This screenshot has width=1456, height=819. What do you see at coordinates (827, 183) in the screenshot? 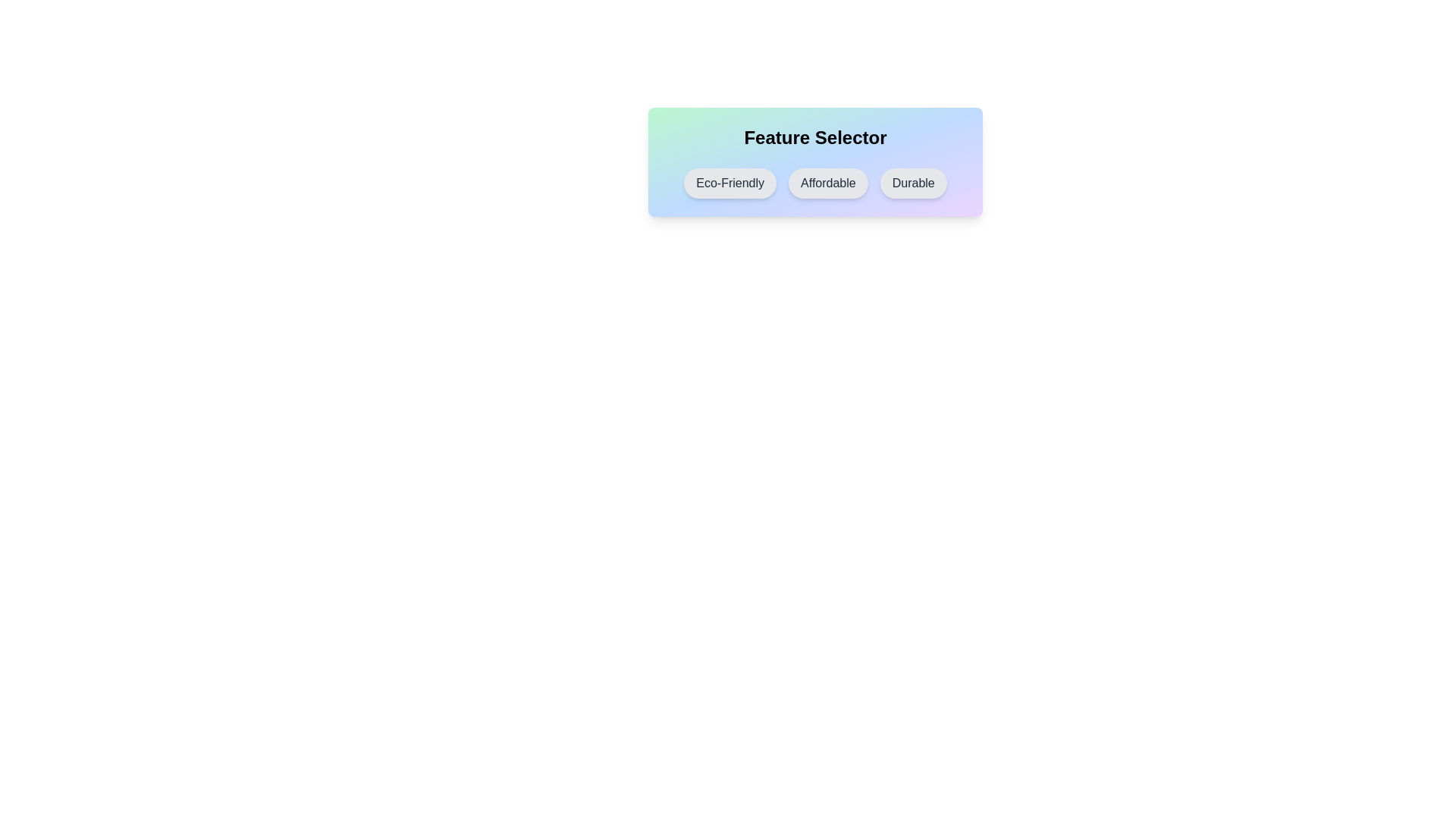
I see `the chip labeled Affordable to observe its hover effect` at bounding box center [827, 183].